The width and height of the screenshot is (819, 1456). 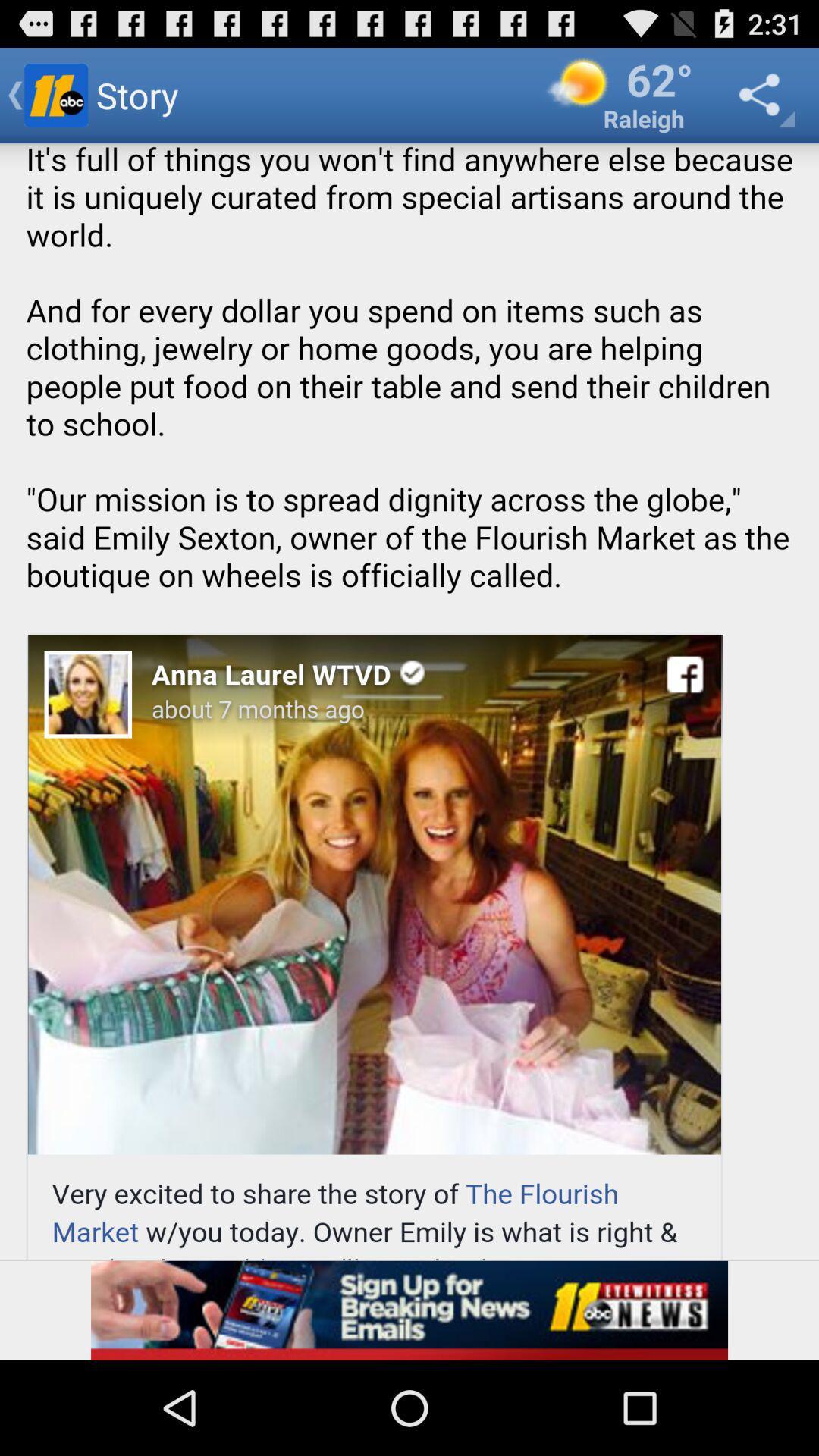 What do you see at coordinates (409, 1310) in the screenshot?
I see `advertisement website` at bounding box center [409, 1310].